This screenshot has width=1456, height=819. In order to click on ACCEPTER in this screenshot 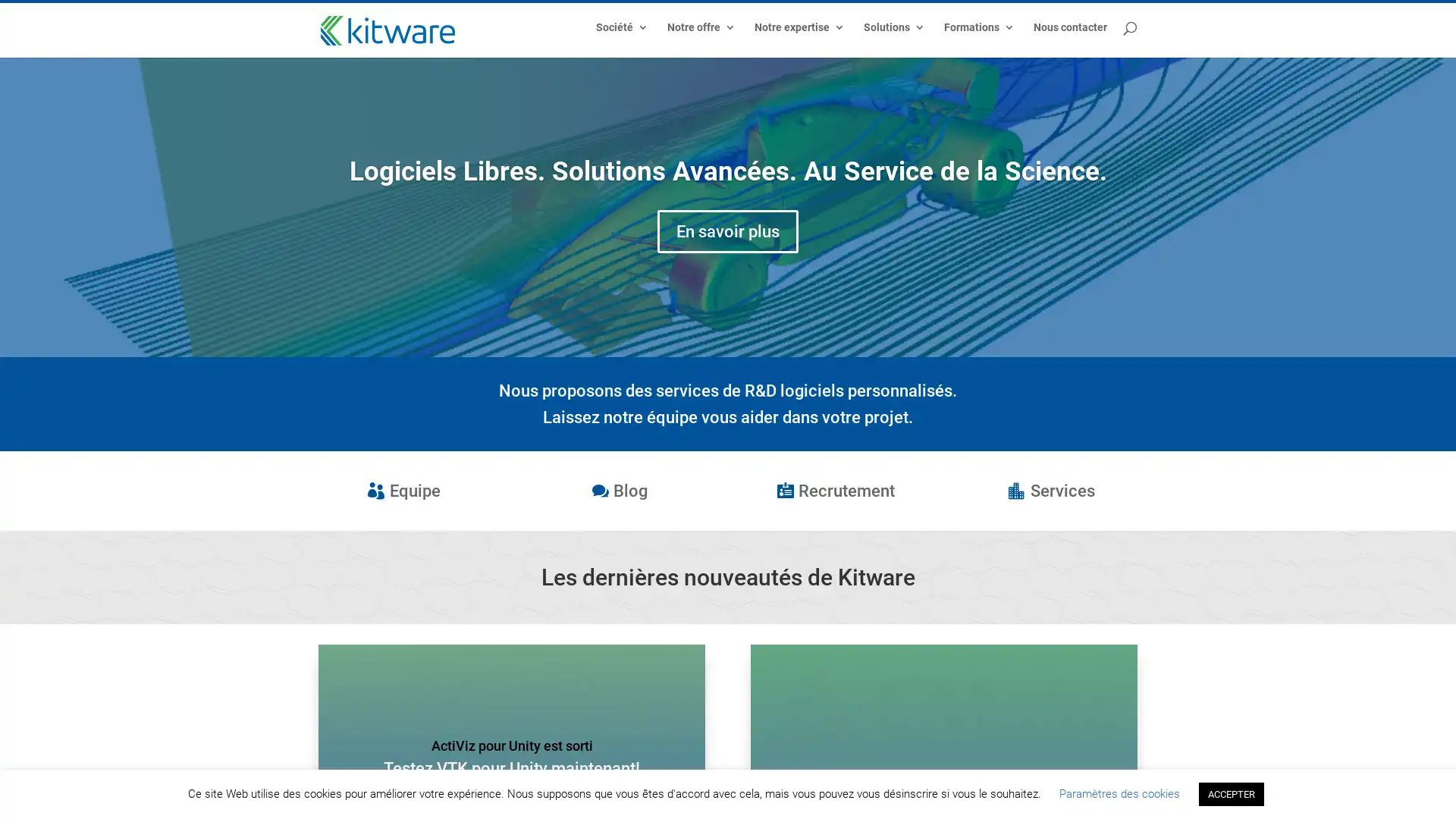, I will do `click(1231, 793)`.